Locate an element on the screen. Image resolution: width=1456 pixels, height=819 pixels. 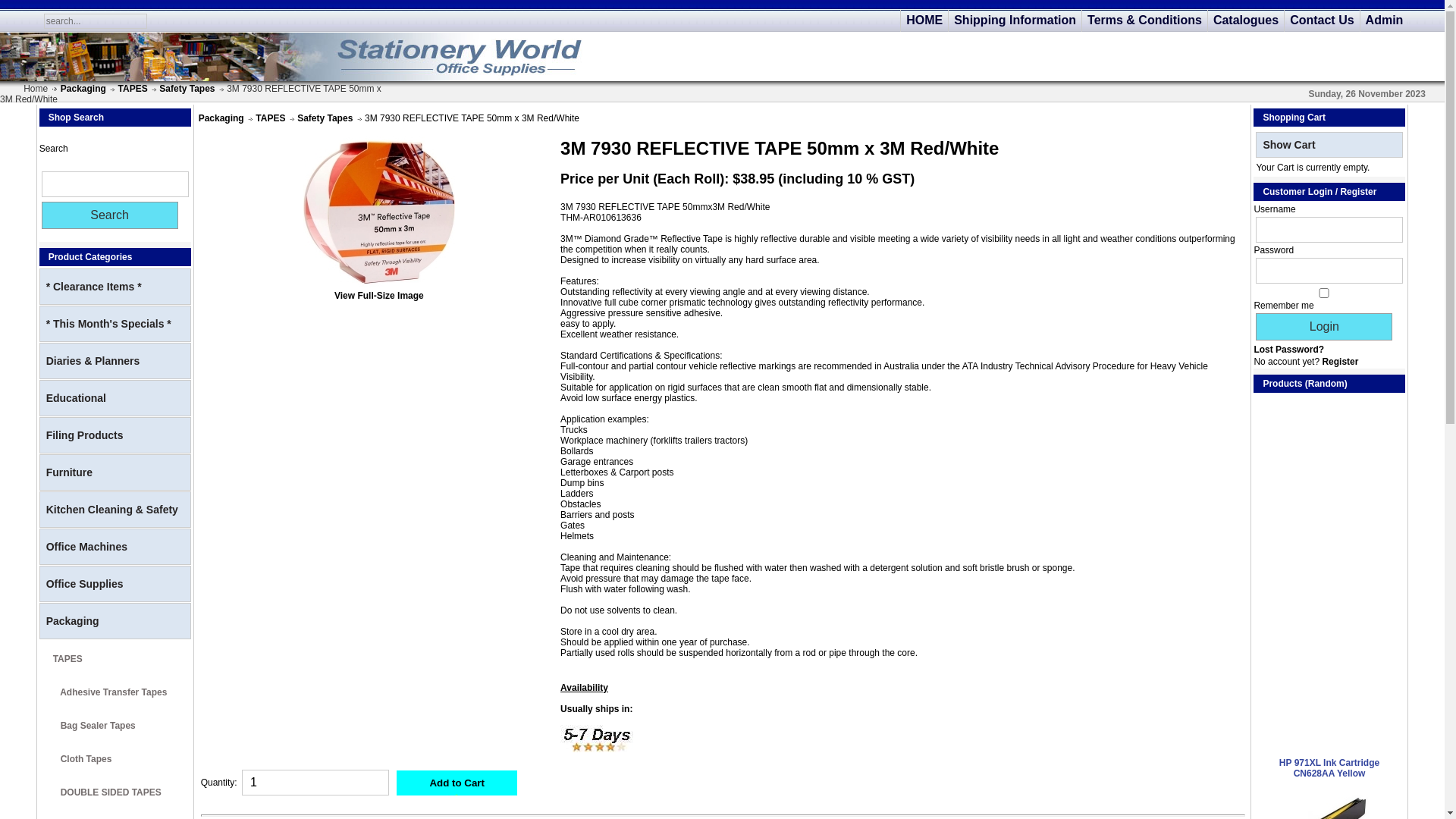
'Office Supplies' is located at coordinates (115, 583).